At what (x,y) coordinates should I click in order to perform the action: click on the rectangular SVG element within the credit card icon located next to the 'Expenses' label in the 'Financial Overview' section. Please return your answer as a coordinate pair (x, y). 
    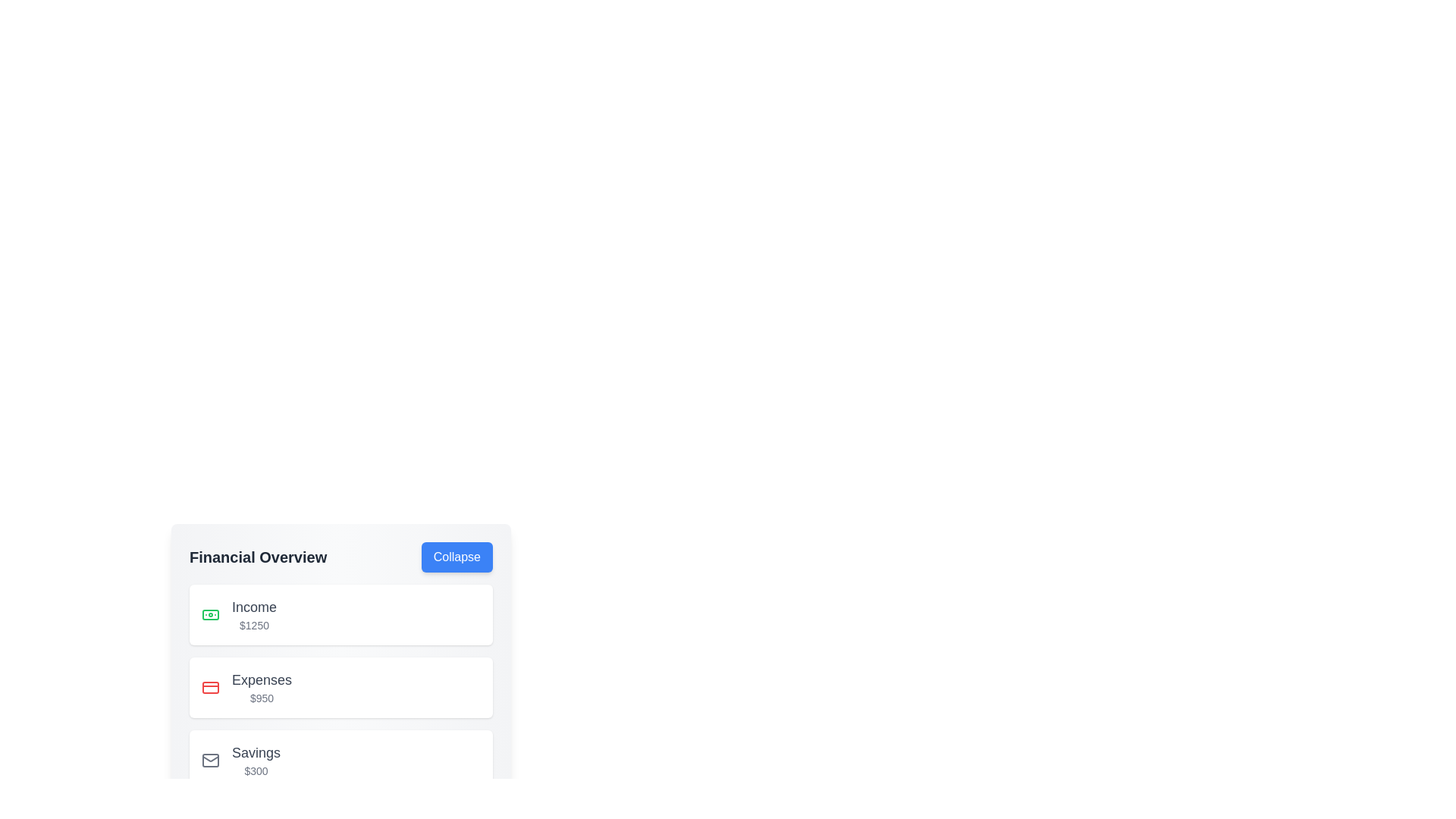
    Looking at the image, I should click on (210, 687).